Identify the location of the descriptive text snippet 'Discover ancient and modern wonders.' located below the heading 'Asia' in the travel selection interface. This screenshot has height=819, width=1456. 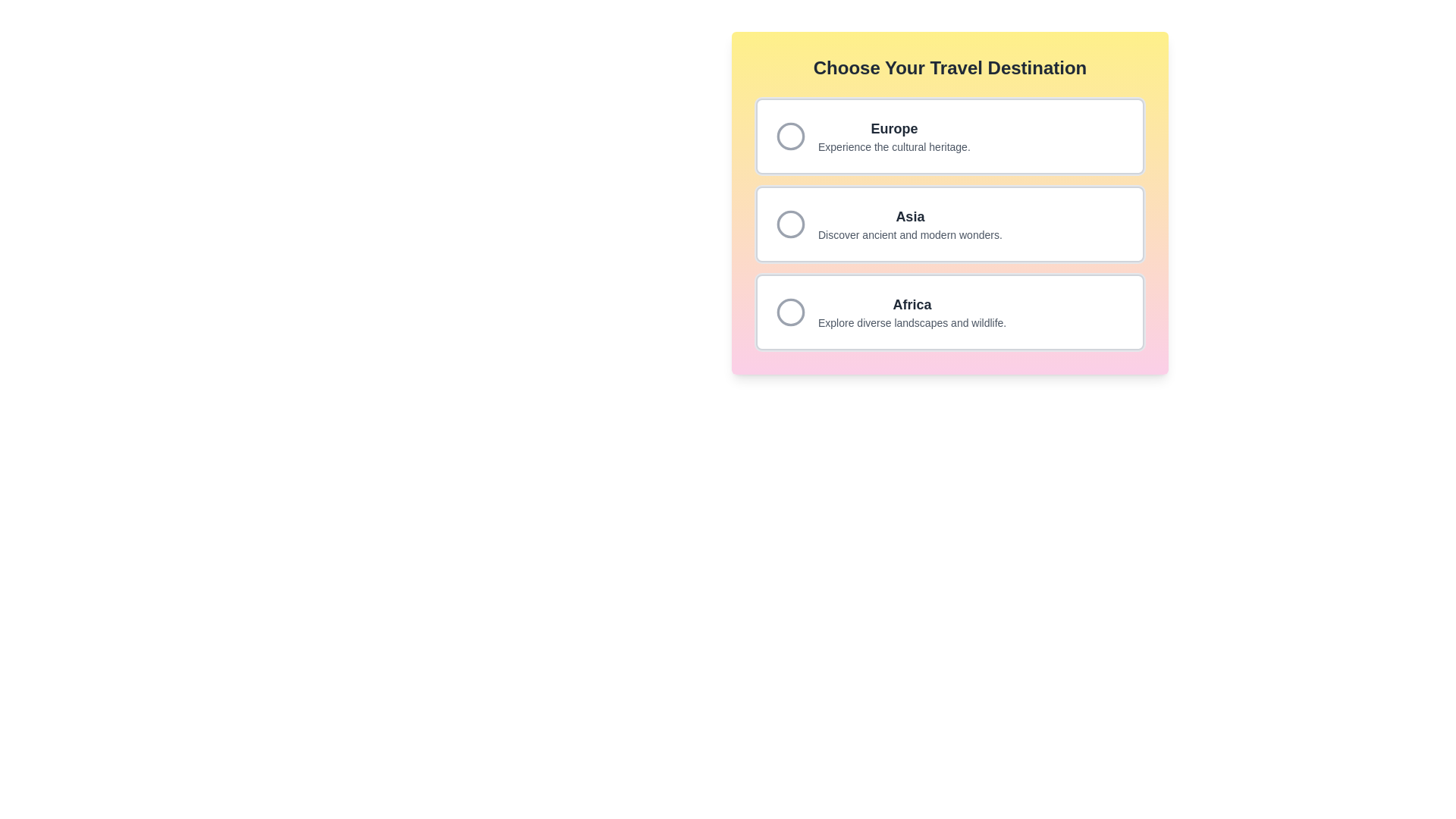
(910, 234).